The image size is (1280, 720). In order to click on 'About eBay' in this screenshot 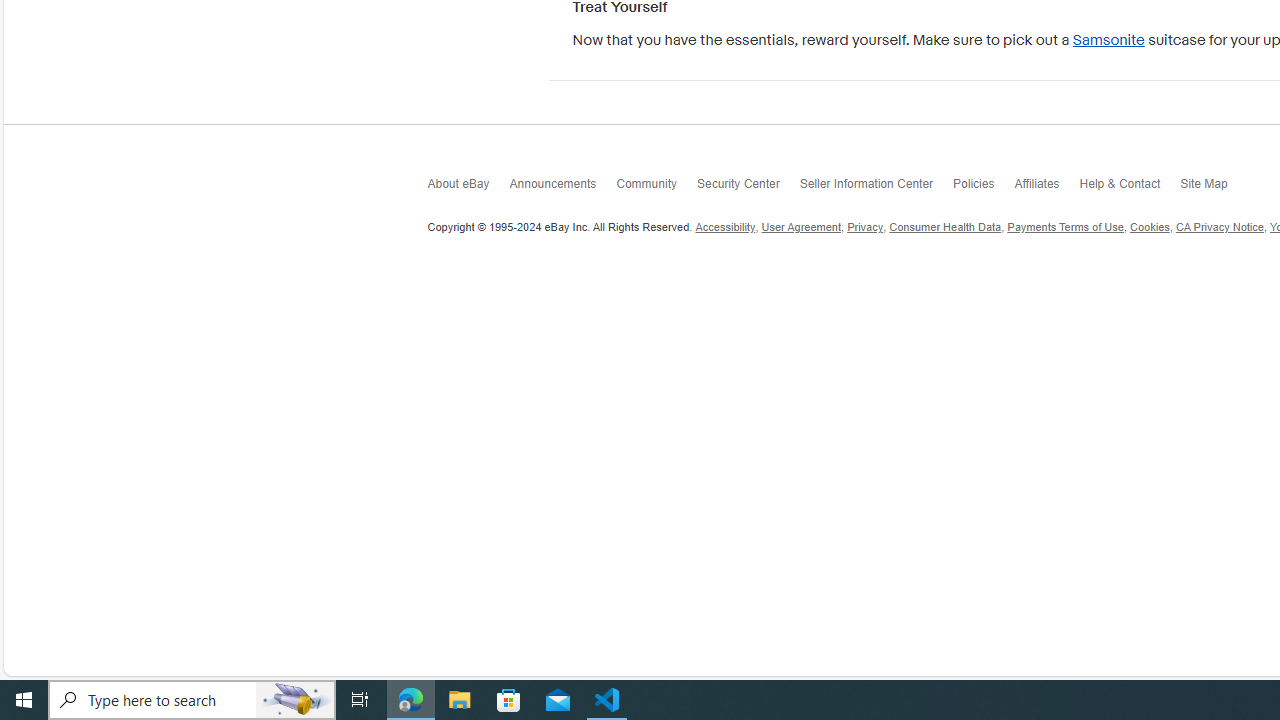, I will do `click(467, 189)`.